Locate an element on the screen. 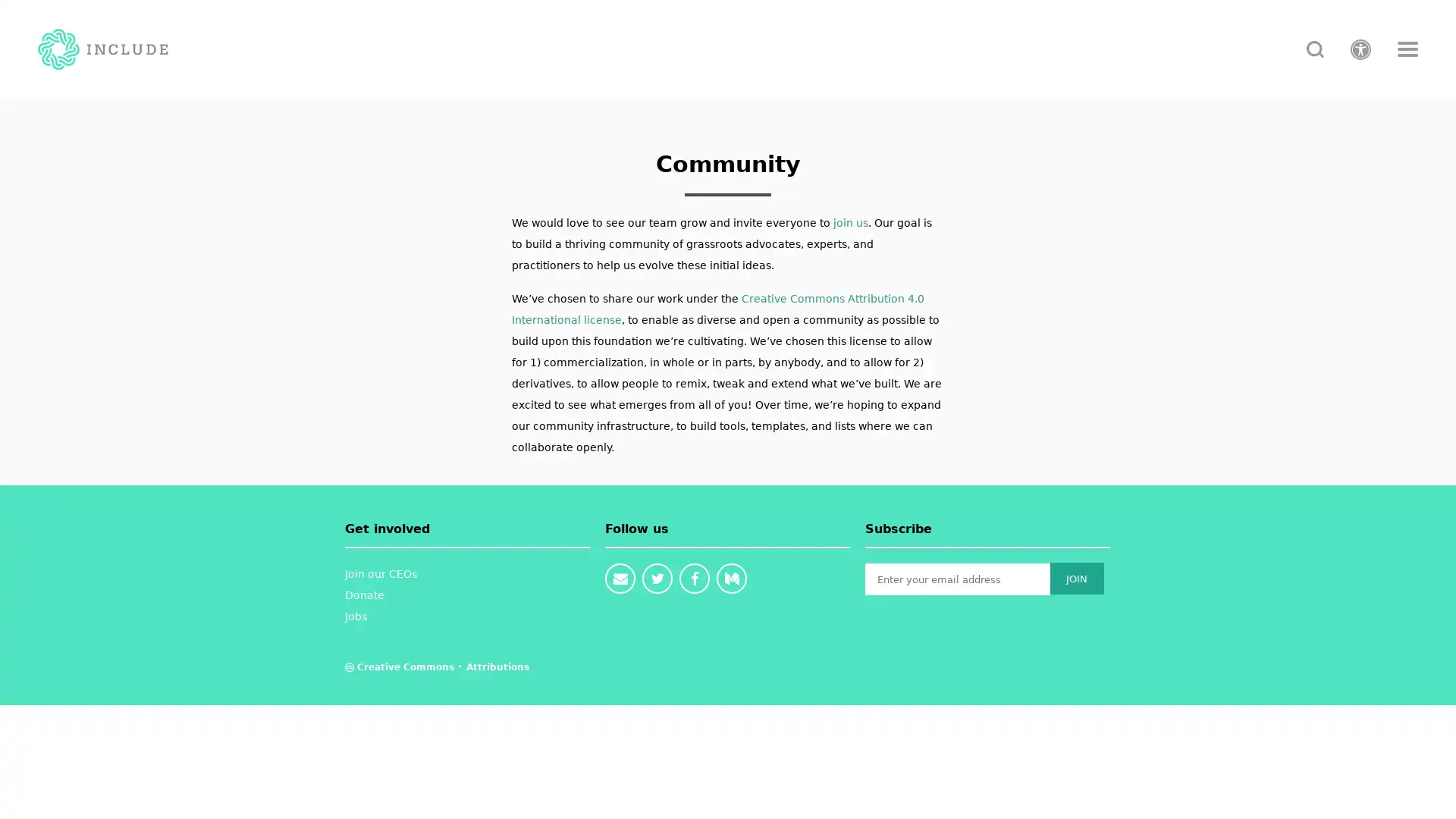 The height and width of the screenshot is (819, 1456). JOIN is located at coordinates (1075, 579).